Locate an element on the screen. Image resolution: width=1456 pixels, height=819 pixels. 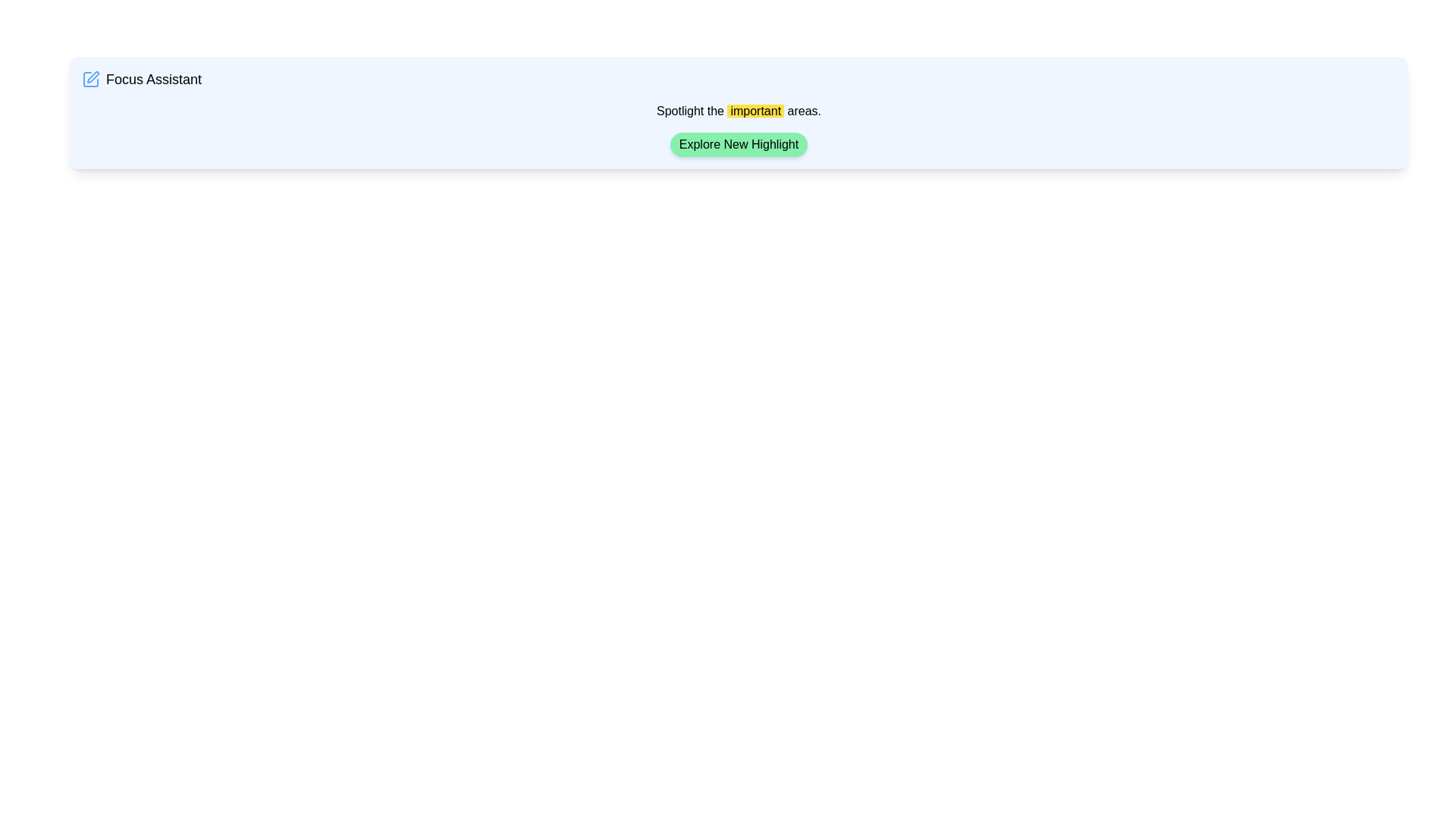
the button located below the text 'Spotlight the important areas.' is located at coordinates (739, 145).